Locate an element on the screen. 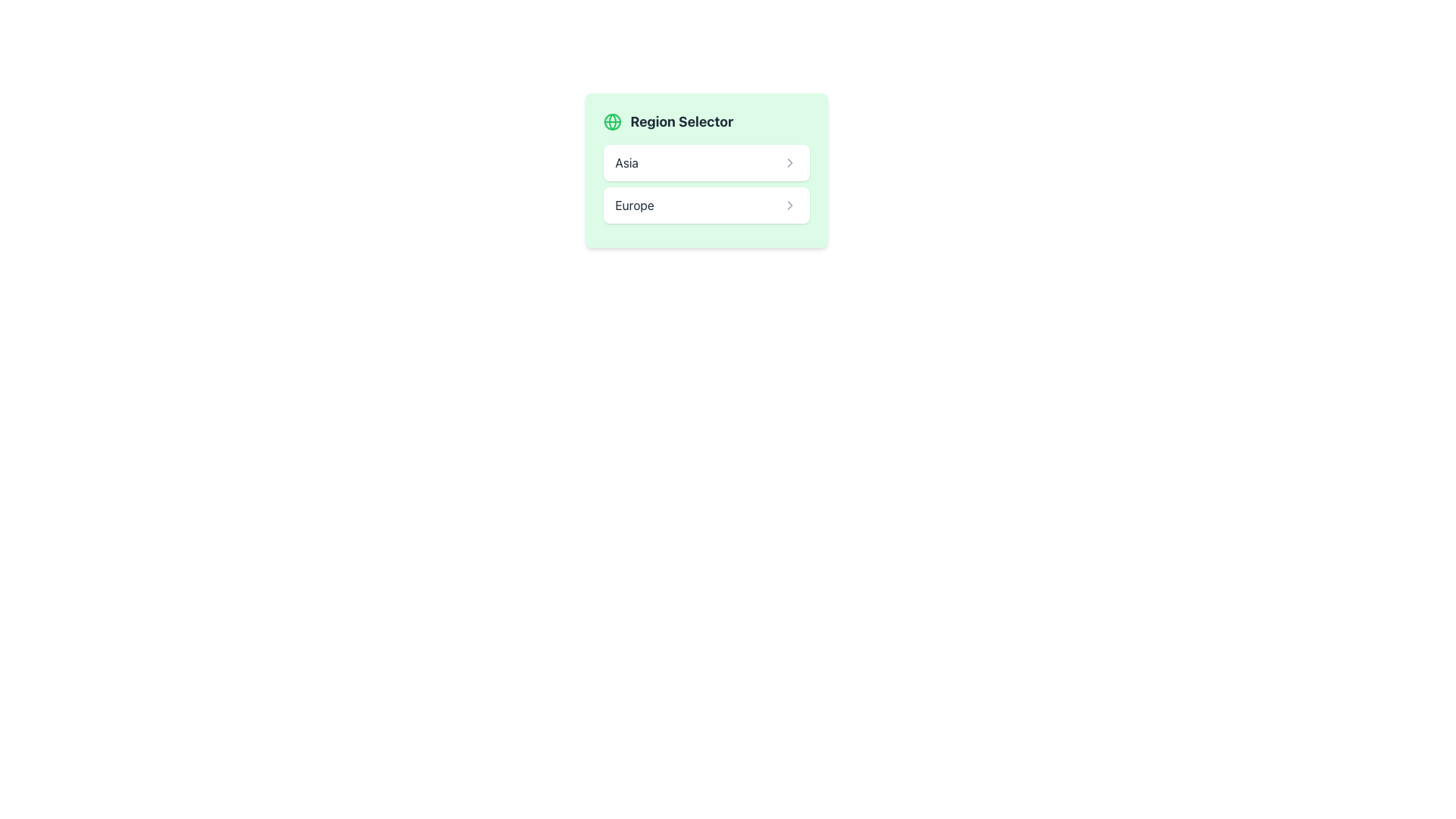 The image size is (1456, 819). the 'List Item Component' located in the 'Region Selector' to observe hover effects is located at coordinates (705, 184).